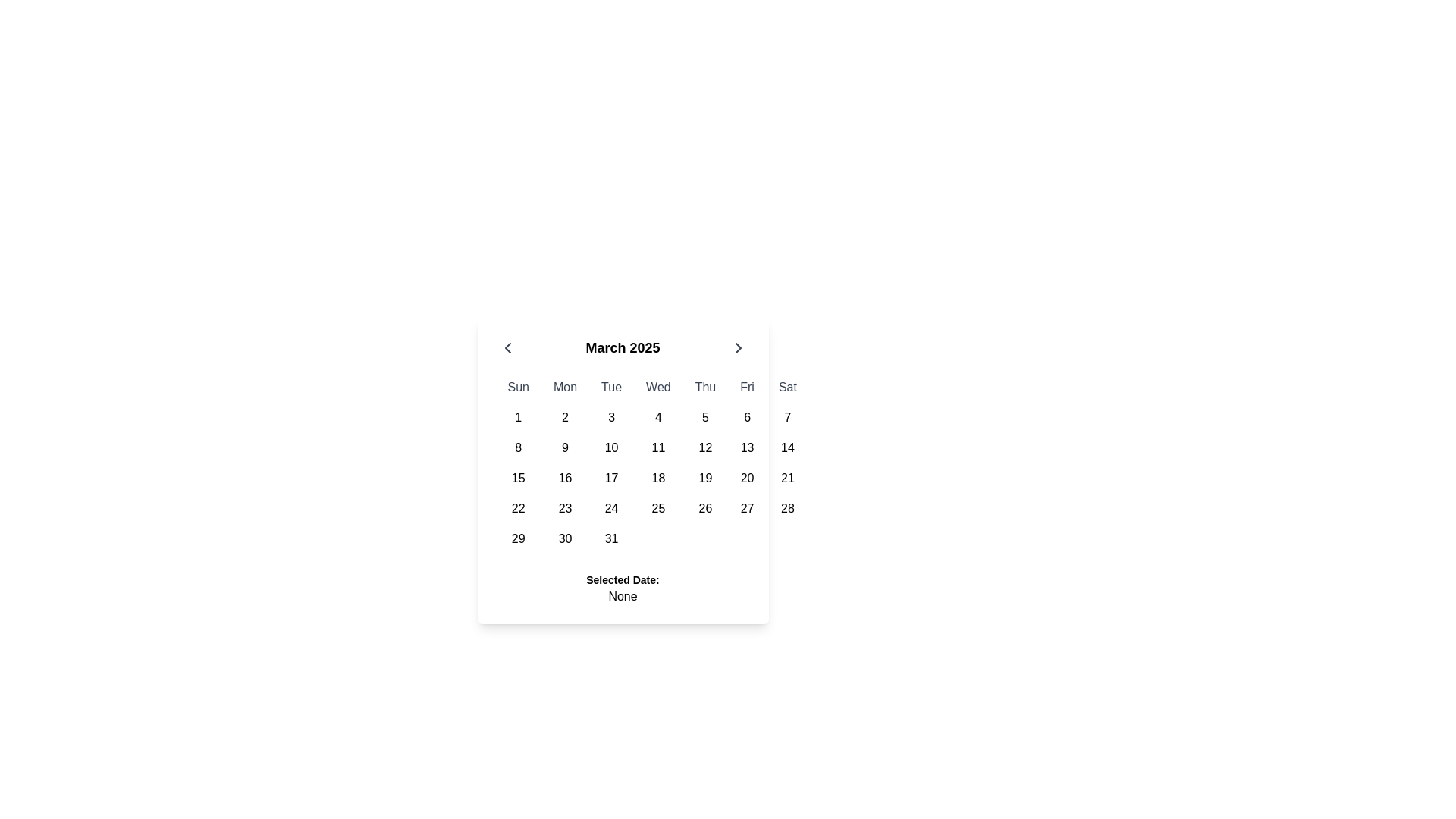  I want to click on the navigation arrow located to the right of the title 'March 2025' in the calendar interface, so click(738, 348).